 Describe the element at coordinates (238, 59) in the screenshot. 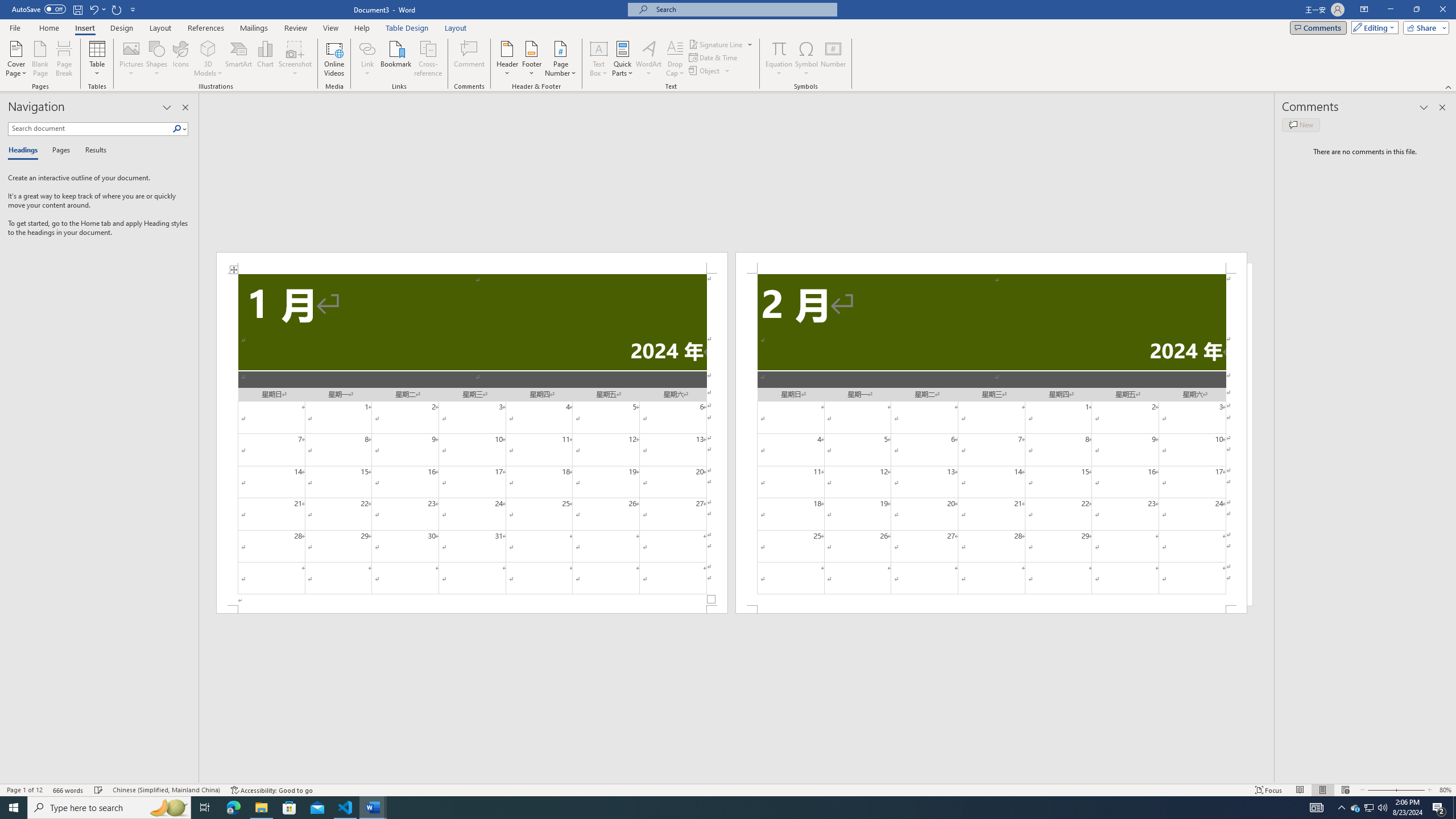

I see `'SmartArt...'` at that location.